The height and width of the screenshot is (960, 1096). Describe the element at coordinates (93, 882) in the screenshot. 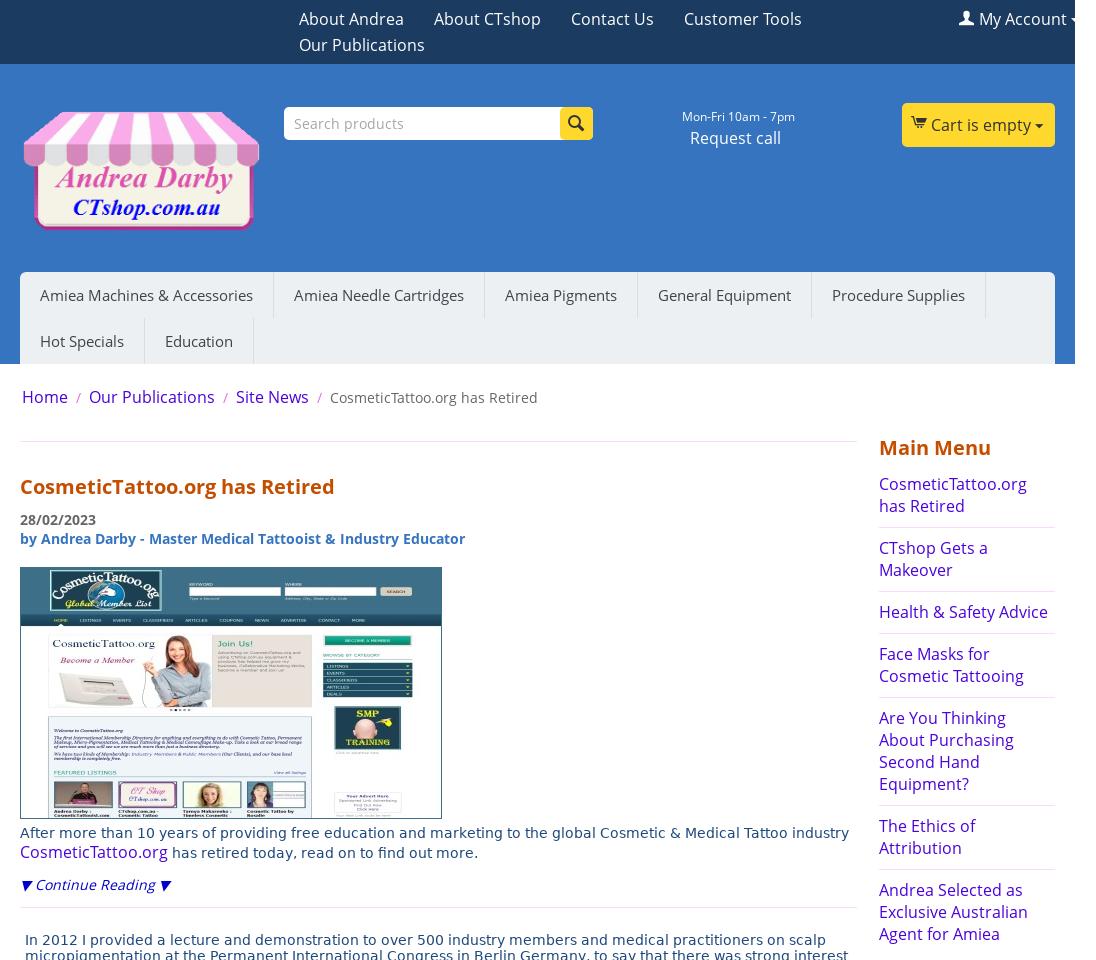

I see `'▼ Continue Reading ▼'` at that location.